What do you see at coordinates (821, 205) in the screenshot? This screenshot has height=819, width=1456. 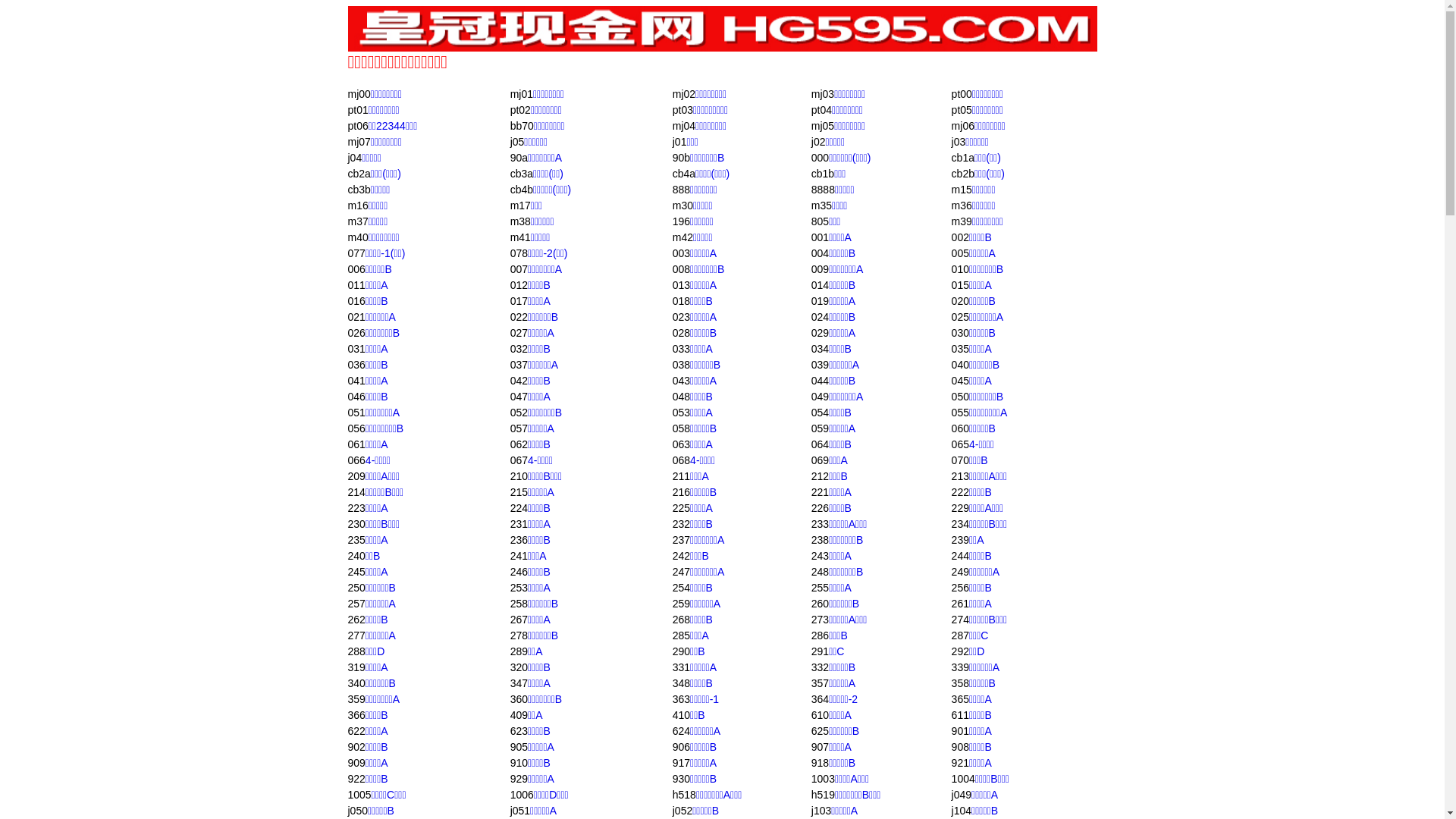 I see `'m35'` at bounding box center [821, 205].